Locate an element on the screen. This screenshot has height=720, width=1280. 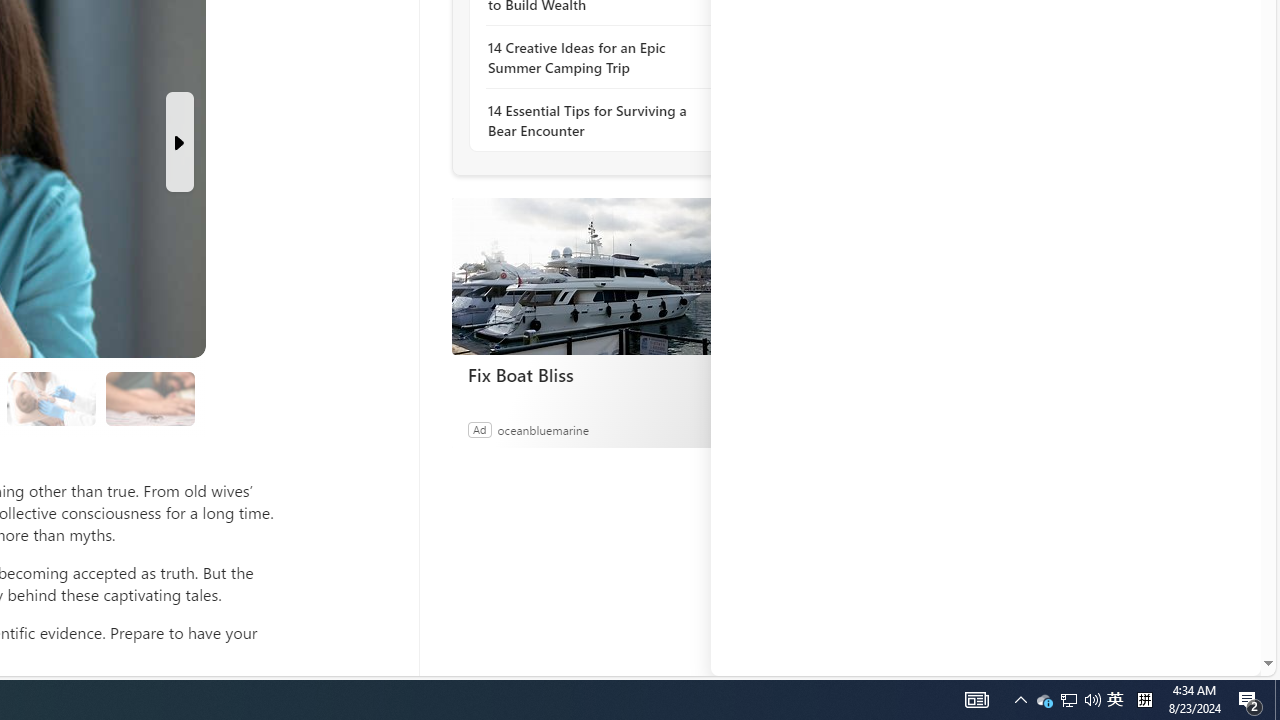
'Fix Boat Bliss' is located at coordinates (600, 276).